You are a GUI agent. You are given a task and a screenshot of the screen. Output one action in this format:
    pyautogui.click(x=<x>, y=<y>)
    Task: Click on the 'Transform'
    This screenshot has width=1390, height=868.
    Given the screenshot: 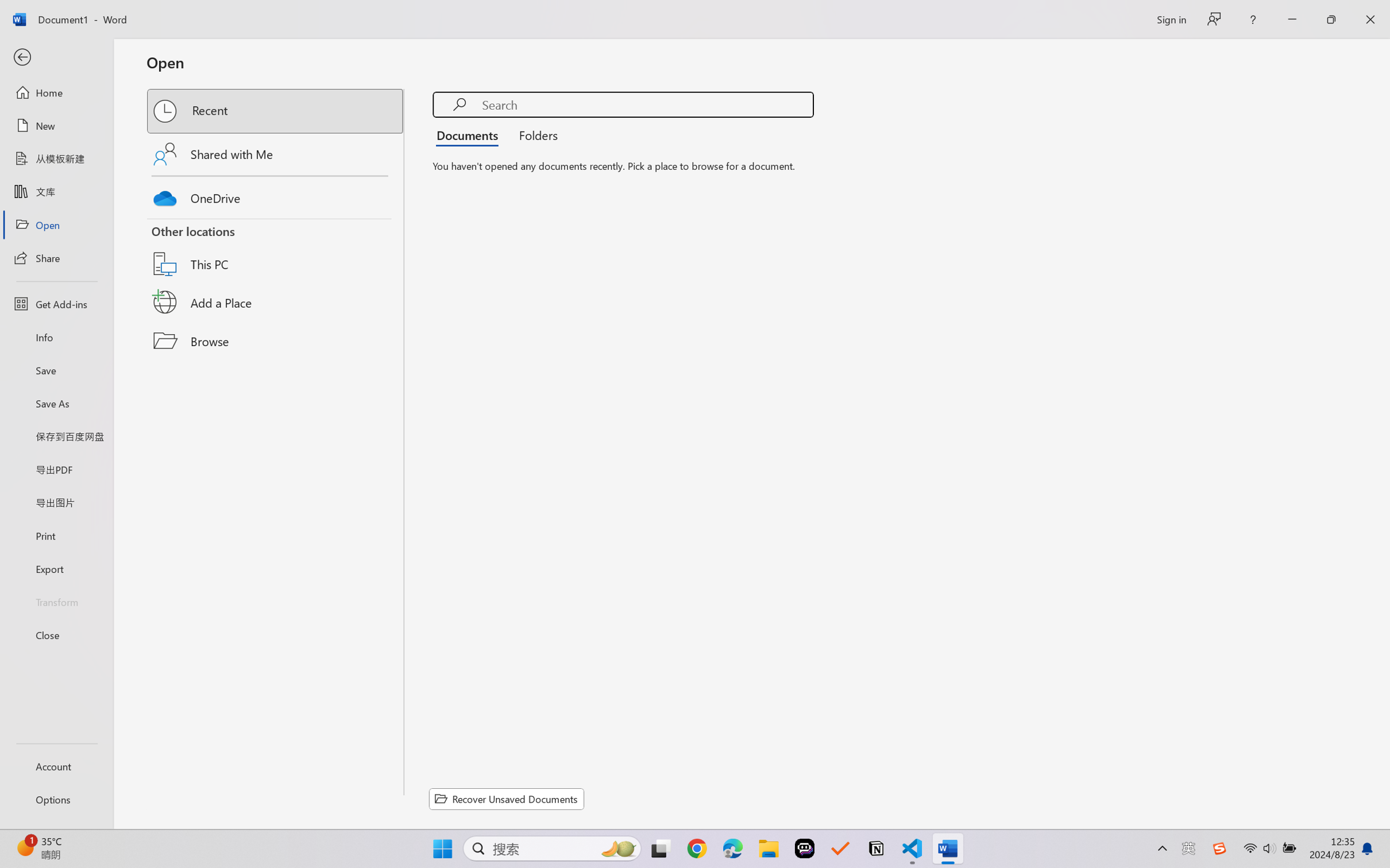 What is the action you would take?
    pyautogui.click(x=56, y=600)
    